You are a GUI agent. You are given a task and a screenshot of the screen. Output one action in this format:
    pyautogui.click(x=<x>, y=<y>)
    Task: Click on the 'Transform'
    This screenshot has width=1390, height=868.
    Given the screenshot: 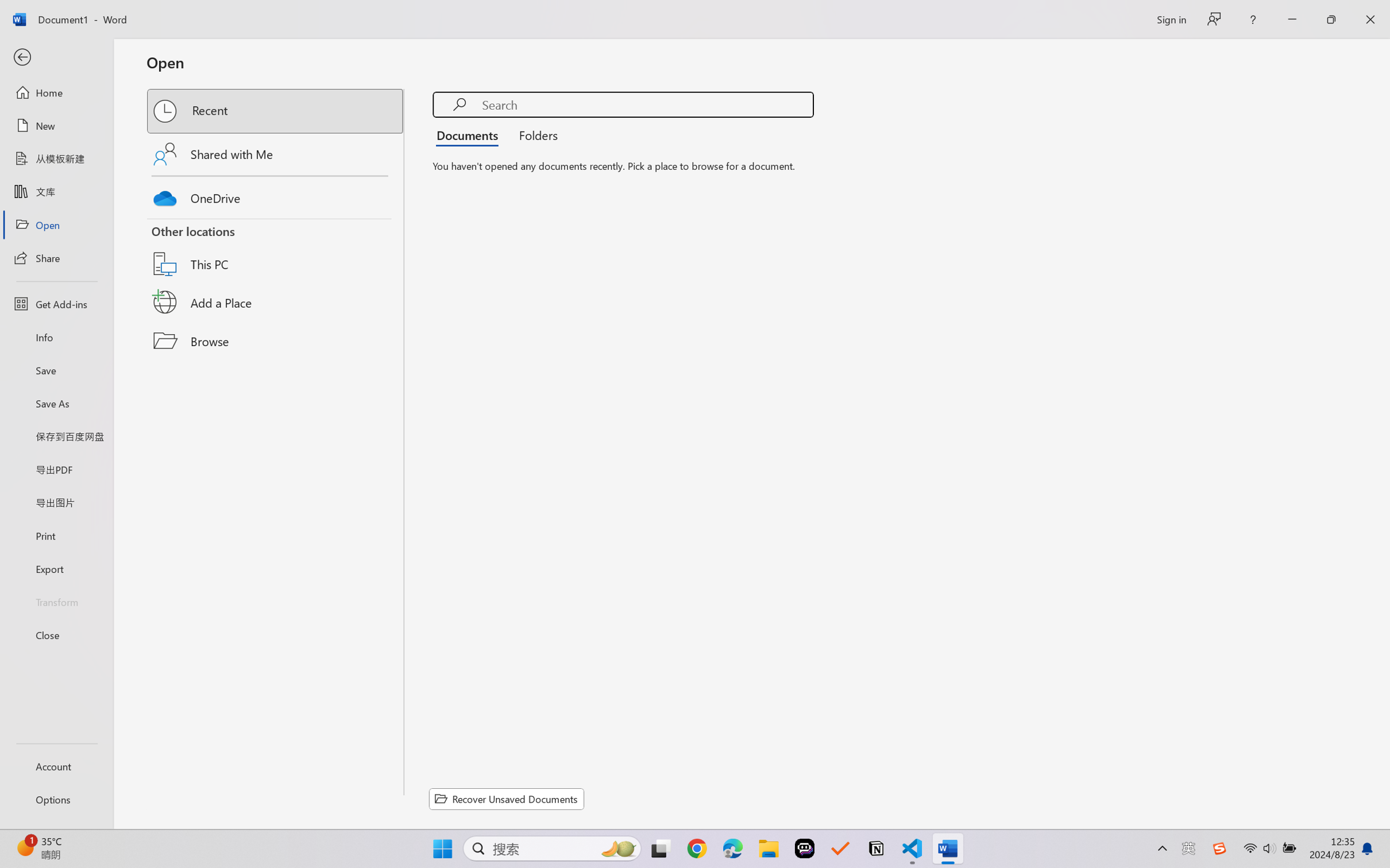 What is the action you would take?
    pyautogui.click(x=56, y=600)
    